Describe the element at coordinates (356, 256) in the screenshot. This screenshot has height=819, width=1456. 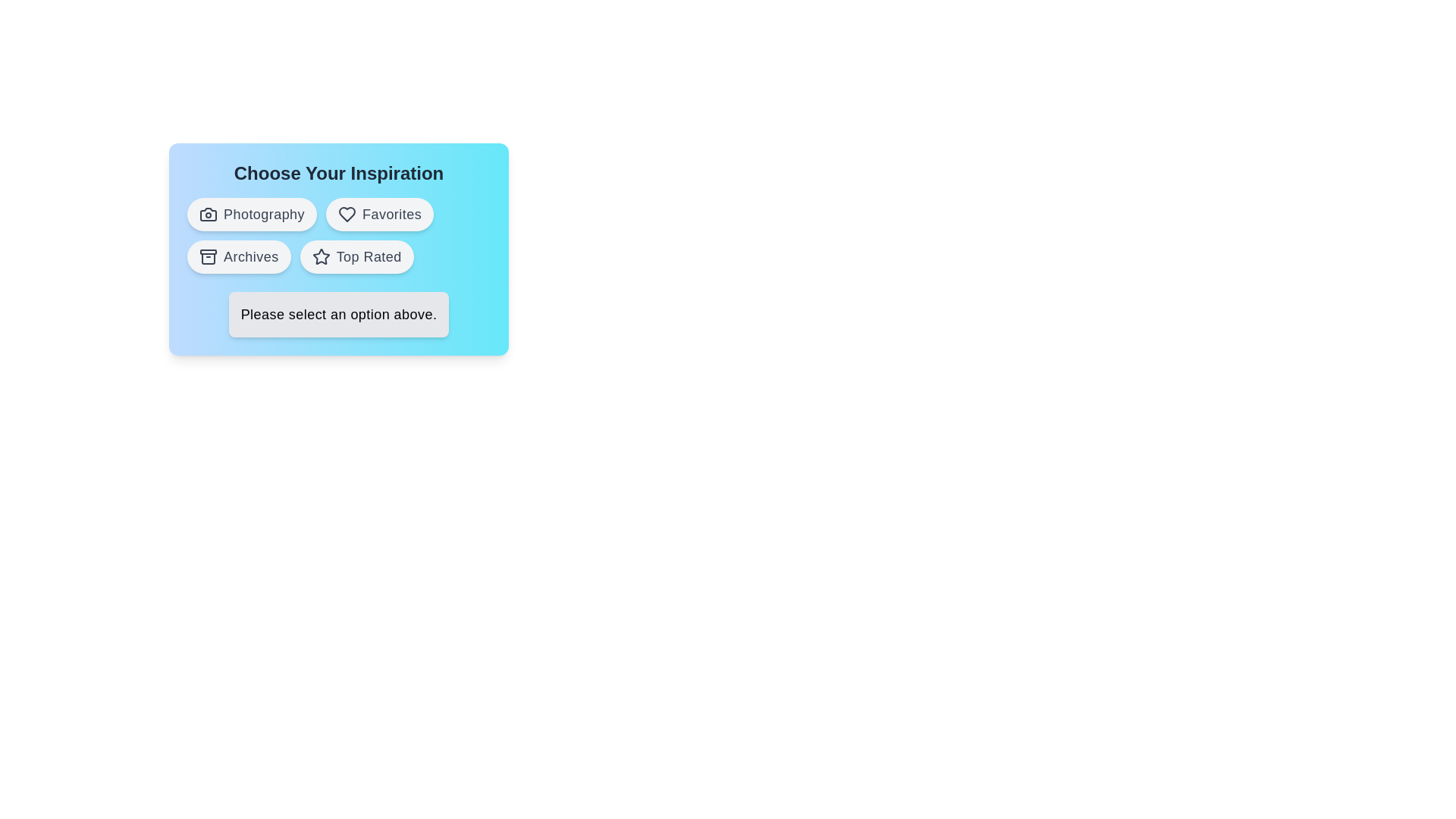
I see `the 'Top Rated' button located in the bottom-right corner of the options grid` at that location.